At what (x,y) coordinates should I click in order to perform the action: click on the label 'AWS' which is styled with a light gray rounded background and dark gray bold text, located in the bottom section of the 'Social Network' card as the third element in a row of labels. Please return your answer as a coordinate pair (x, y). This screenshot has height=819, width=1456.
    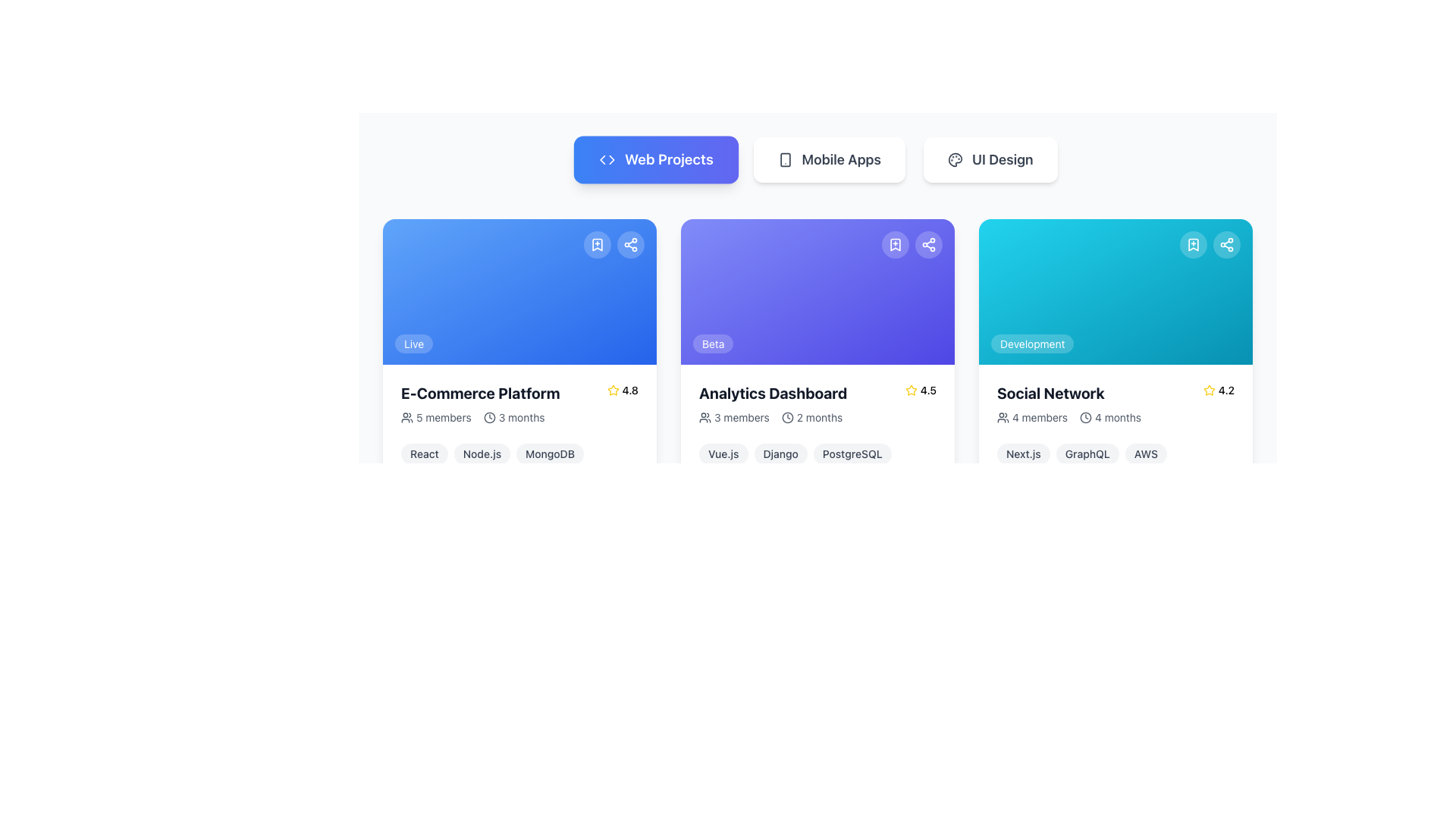
    Looking at the image, I should click on (1146, 453).